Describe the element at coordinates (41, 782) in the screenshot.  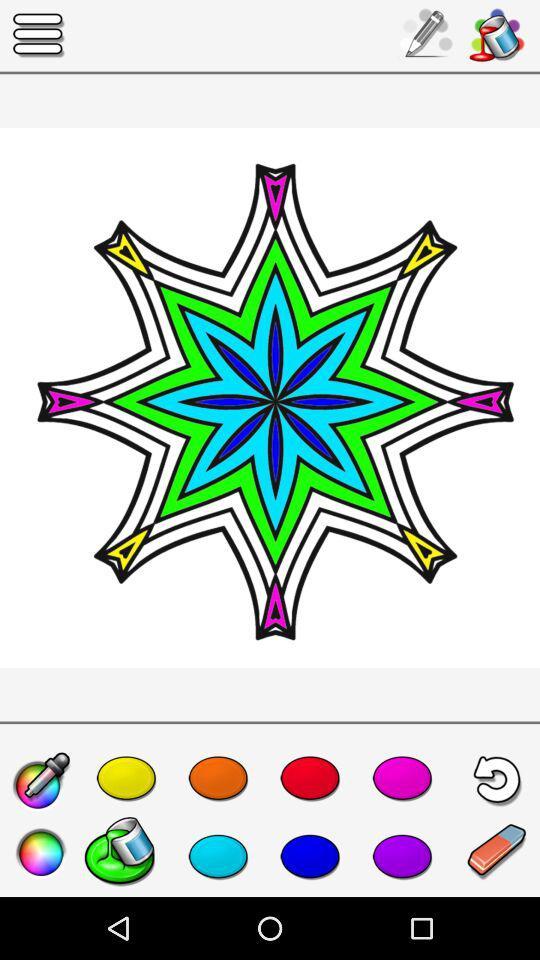
I see `the edit icon` at that location.